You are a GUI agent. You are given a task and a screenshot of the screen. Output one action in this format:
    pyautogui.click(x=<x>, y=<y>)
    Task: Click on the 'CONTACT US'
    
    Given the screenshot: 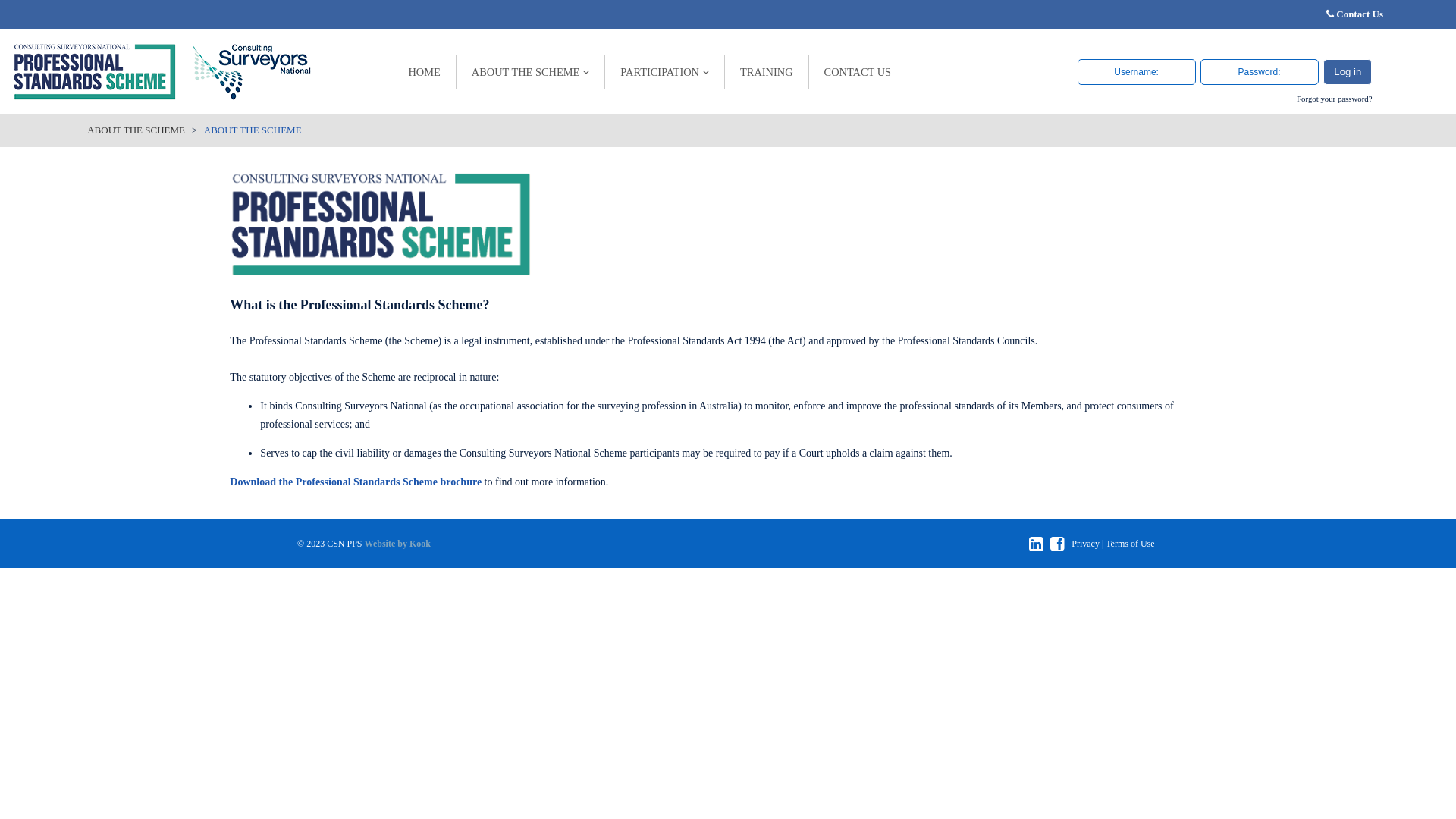 What is the action you would take?
    pyautogui.click(x=858, y=72)
    